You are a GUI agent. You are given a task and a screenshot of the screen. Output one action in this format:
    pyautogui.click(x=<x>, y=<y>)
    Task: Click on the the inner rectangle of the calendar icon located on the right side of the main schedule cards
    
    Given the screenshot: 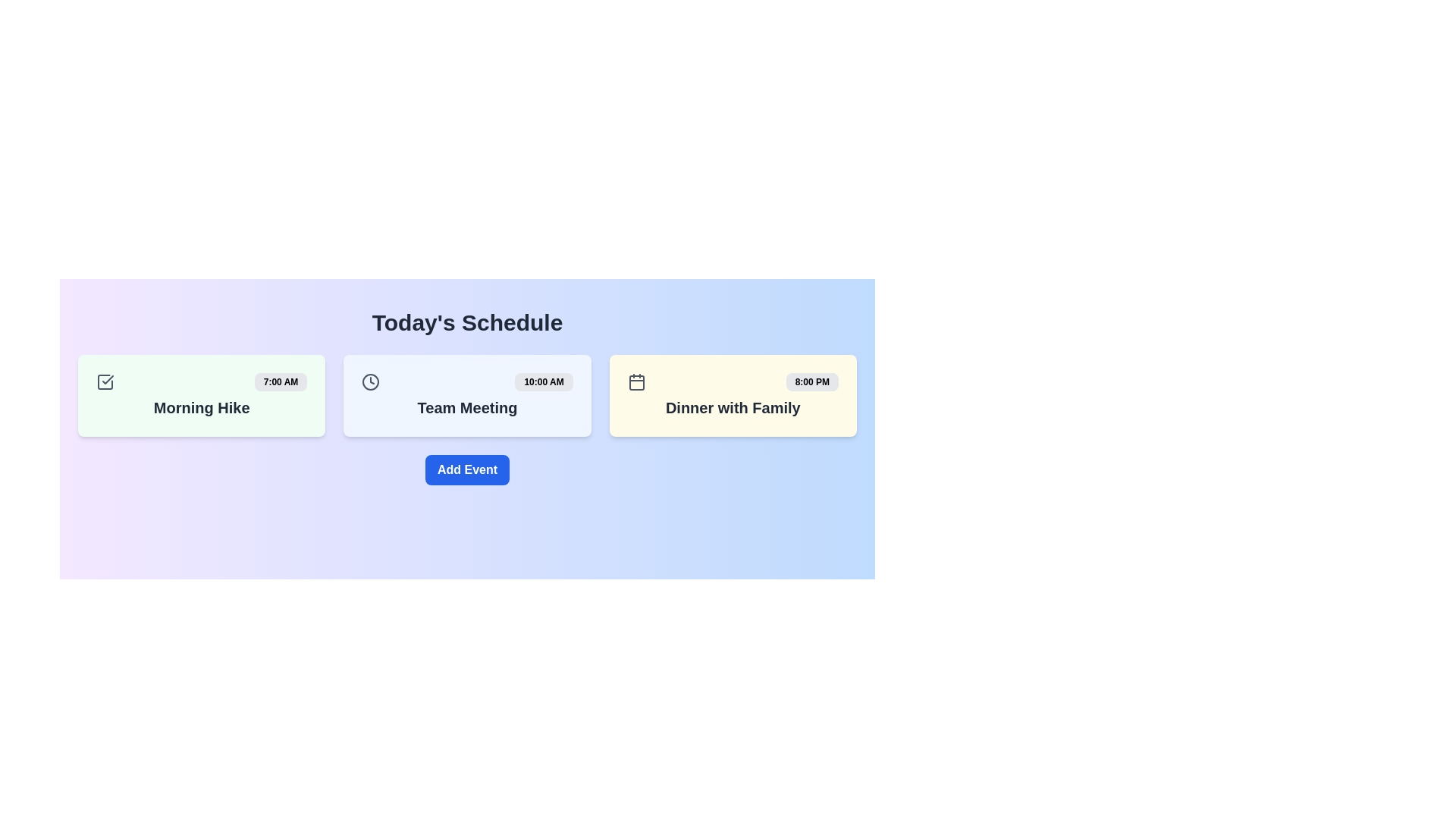 What is the action you would take?
    pyautogui.click(x=636, y=382)
    